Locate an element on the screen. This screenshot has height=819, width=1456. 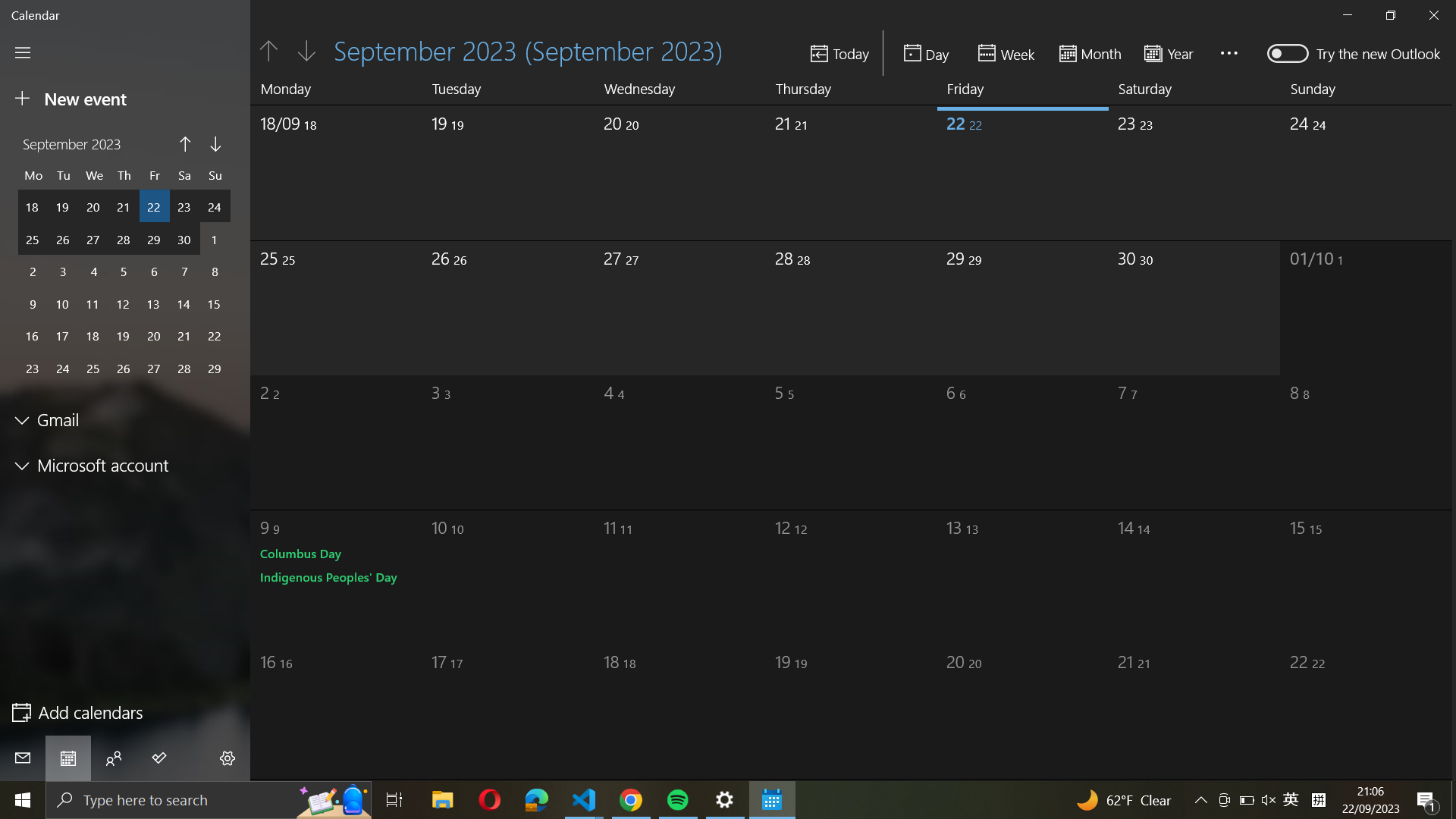
Adjust the calendar setting to display by month is located at coordinates (1090, 52).